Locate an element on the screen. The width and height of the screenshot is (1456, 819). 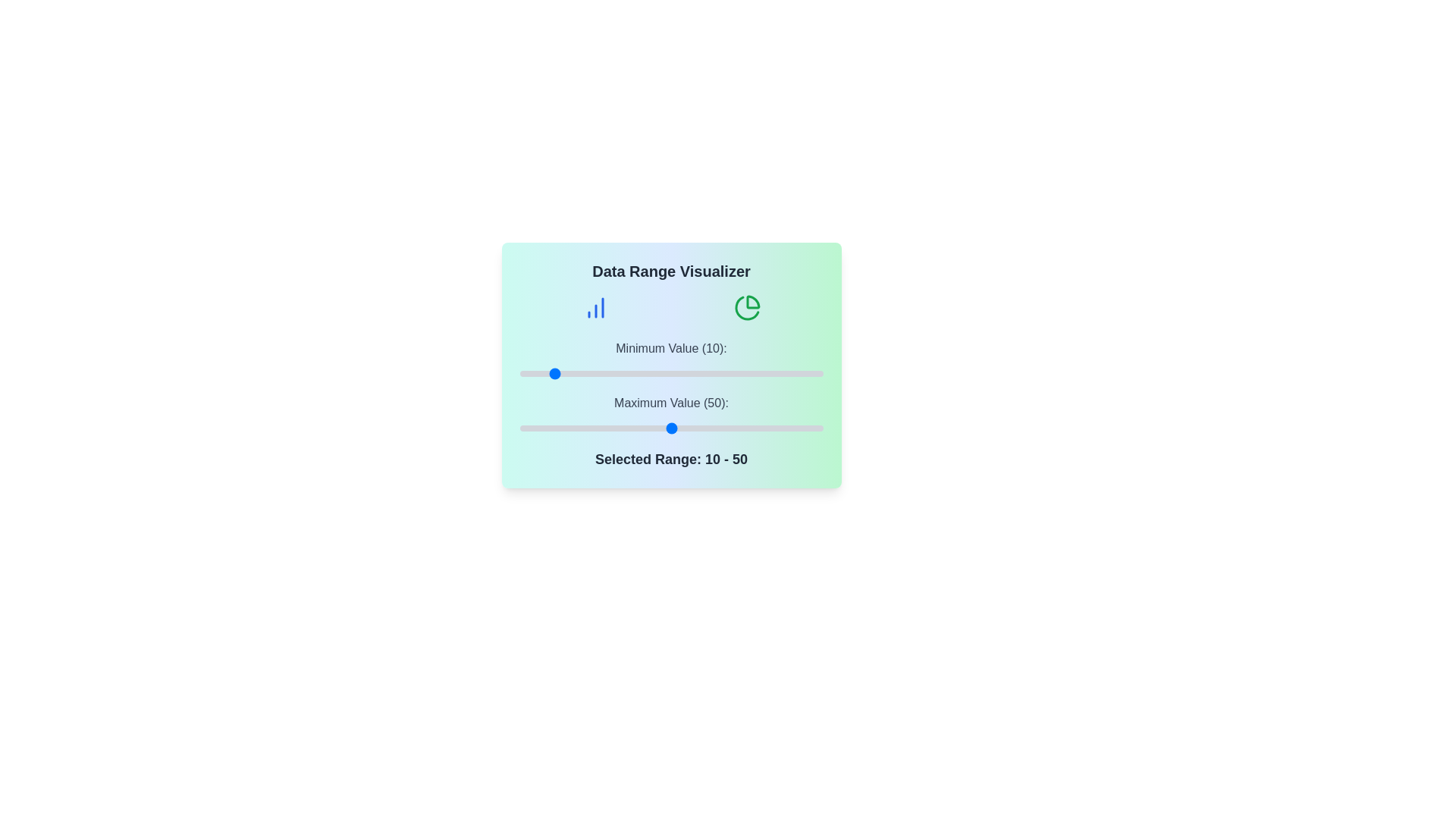
the minimum value slider to 41 is located at coordinates (644, 374).